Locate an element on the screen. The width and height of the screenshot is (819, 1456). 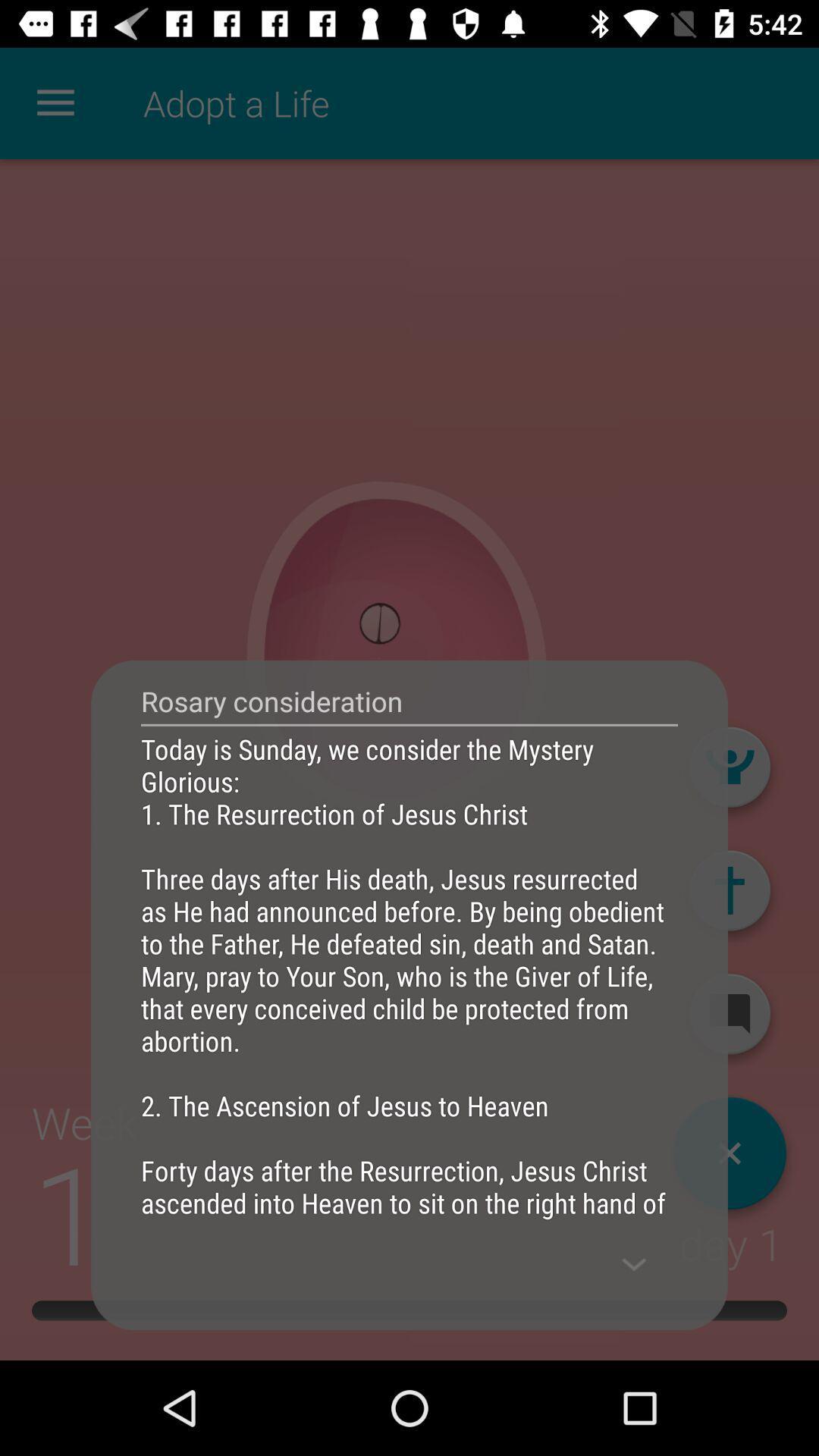
today is sunday is located at coordinates (409, 975).